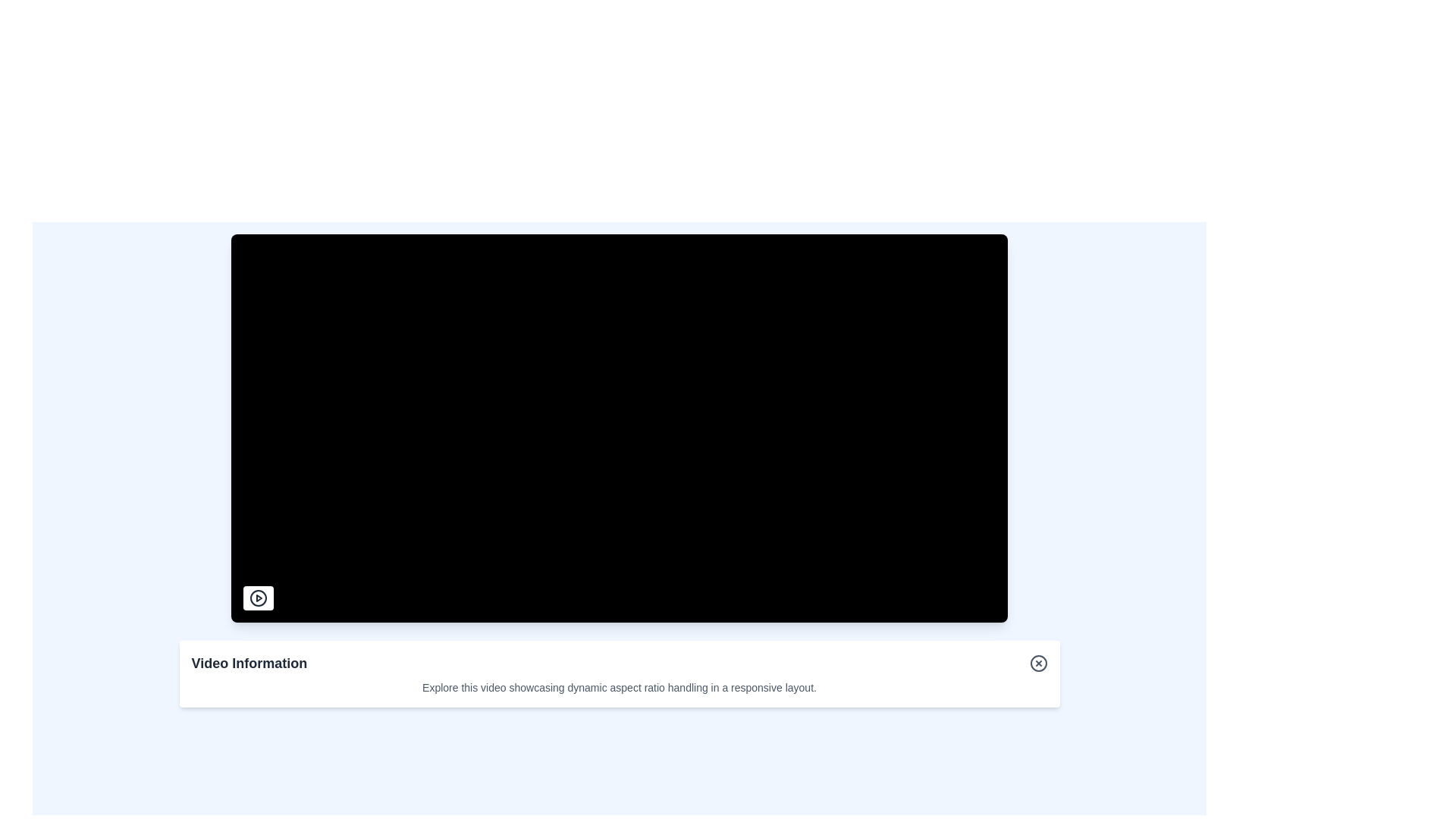 This screenshot has width=1456, height=819. Describe the element at coordinates (1037, 663) in the screenshot. I see `the circular gray 'X' button located at the far-right edge of the 'Video Information' section` at that location.